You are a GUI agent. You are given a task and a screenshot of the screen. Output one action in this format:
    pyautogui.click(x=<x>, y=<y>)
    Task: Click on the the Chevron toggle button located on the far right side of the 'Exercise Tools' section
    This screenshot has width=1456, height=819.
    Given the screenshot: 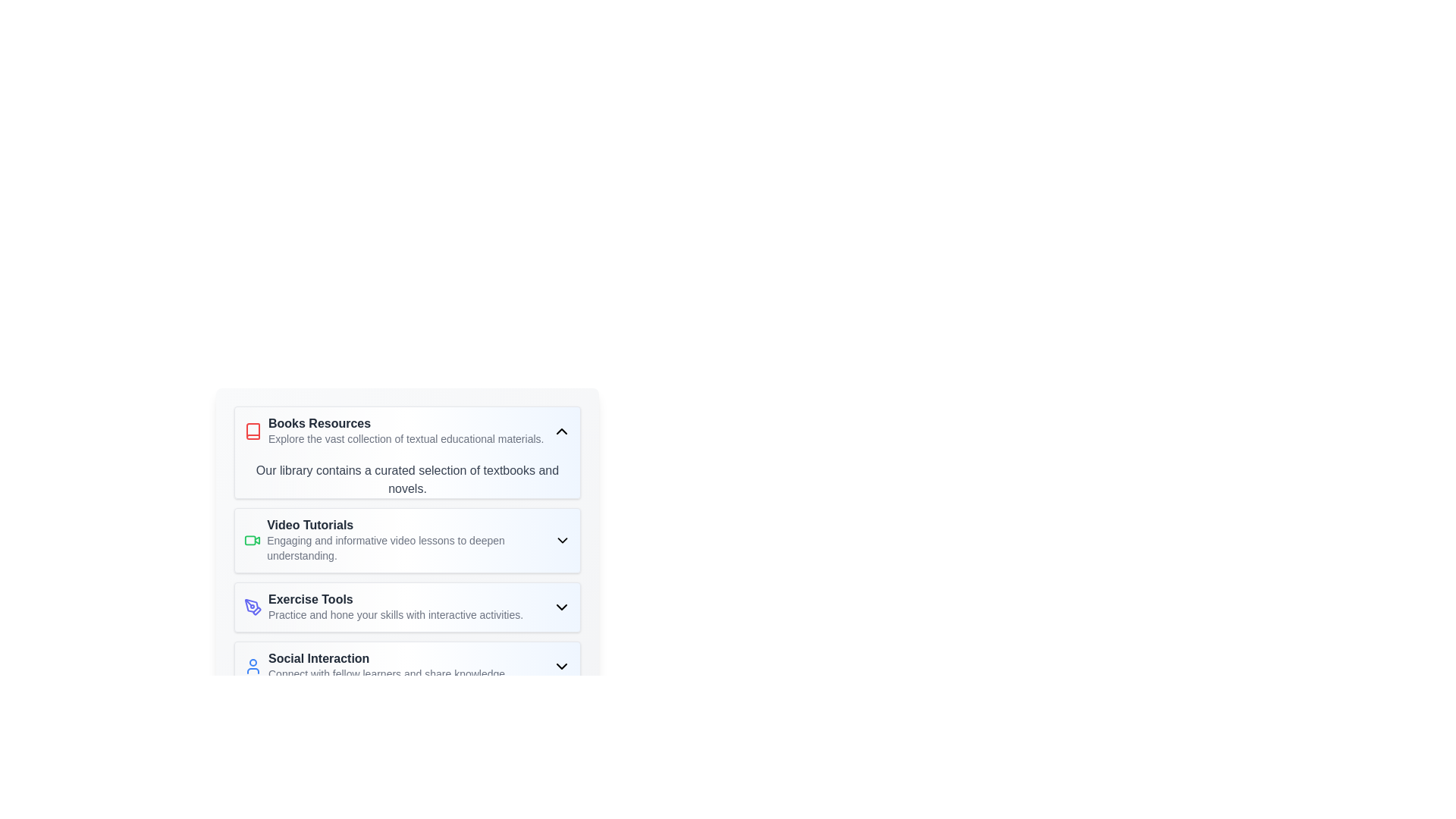 What is the action you would take?
    pyautogui.click(x=560, y=607)
    